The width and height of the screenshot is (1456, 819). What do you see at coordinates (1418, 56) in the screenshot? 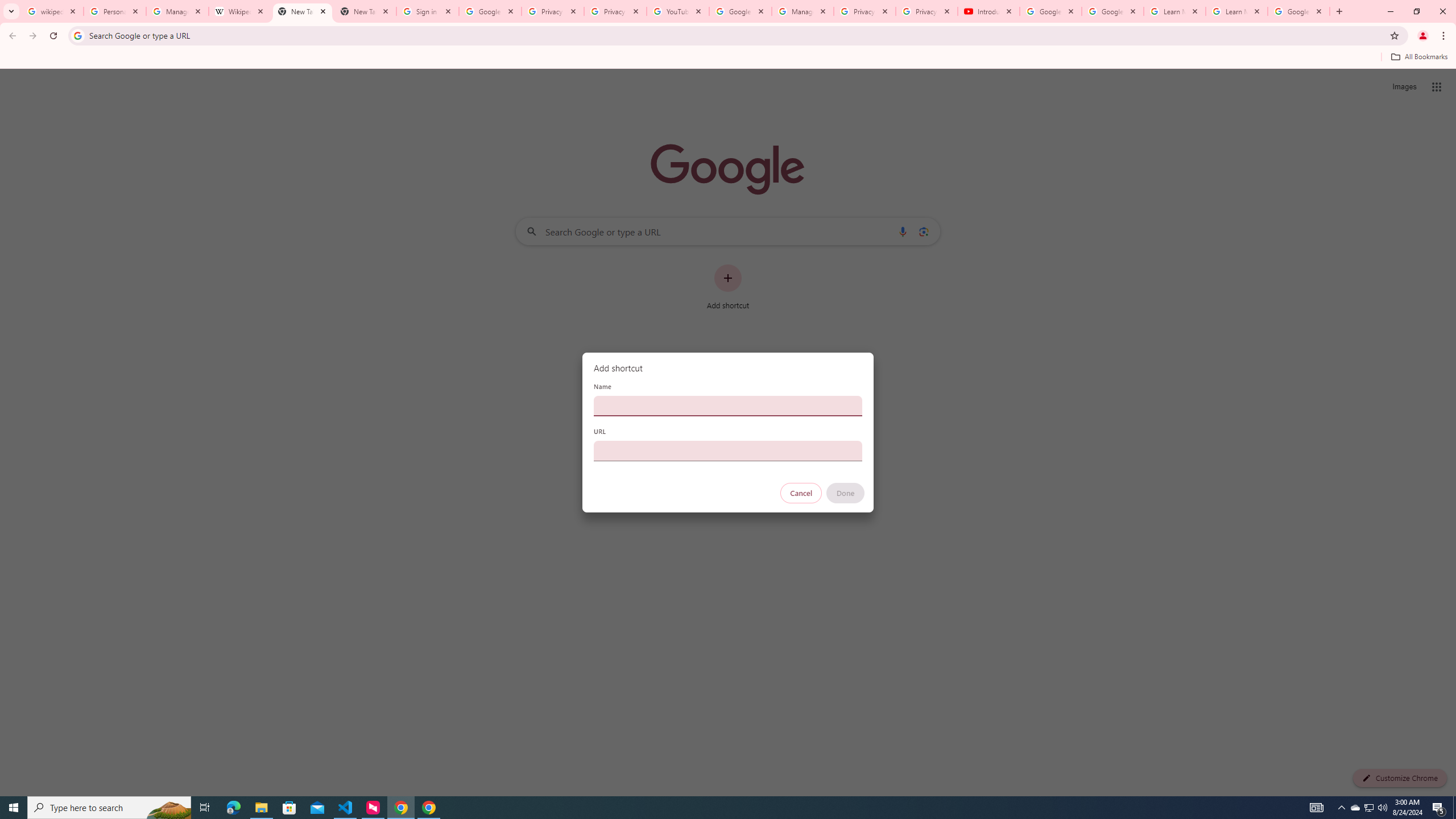
I see `'All Bookmarks'` at bounding box center [1418, 56].